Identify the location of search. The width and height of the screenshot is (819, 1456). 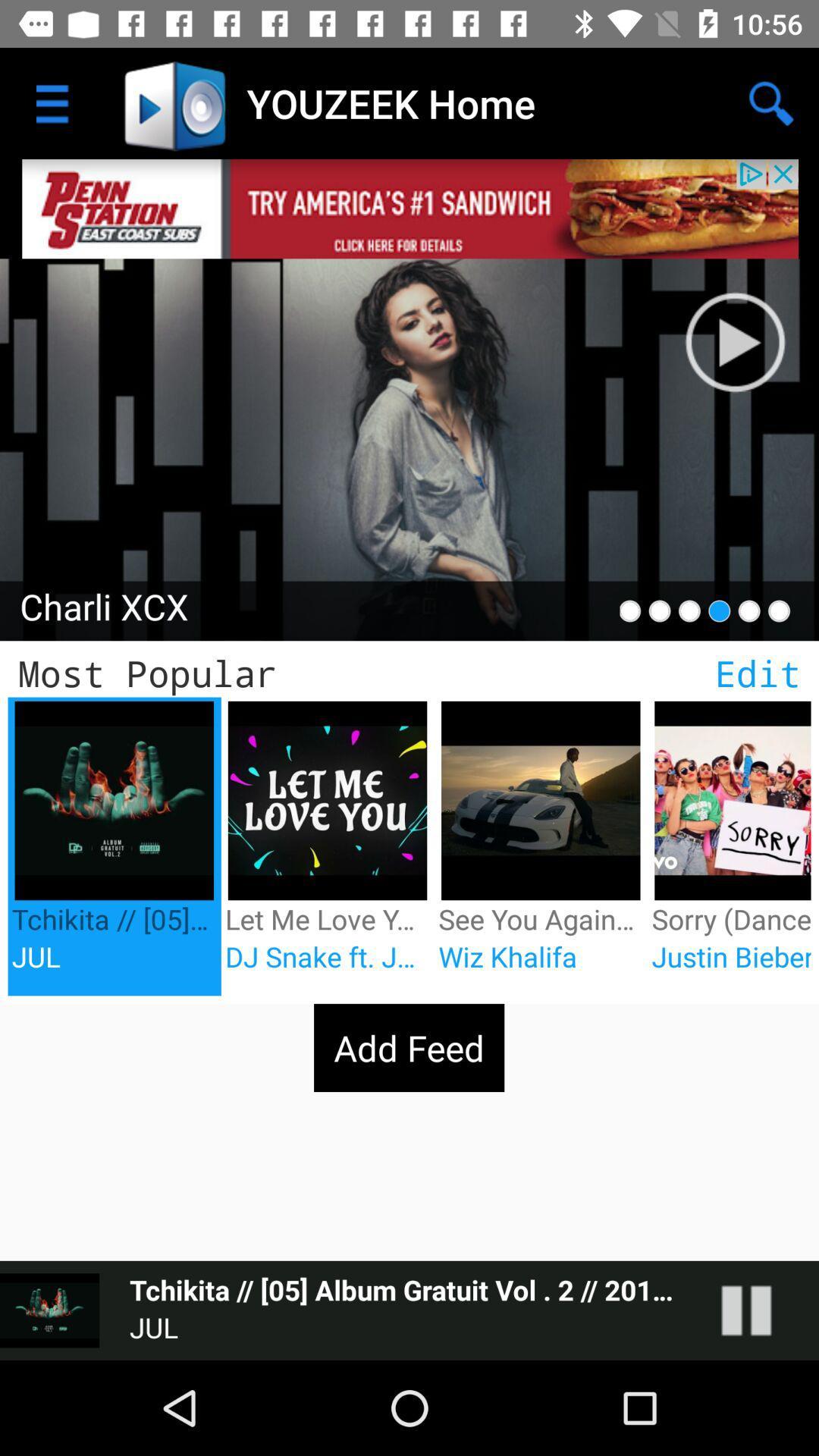
(751, 325).